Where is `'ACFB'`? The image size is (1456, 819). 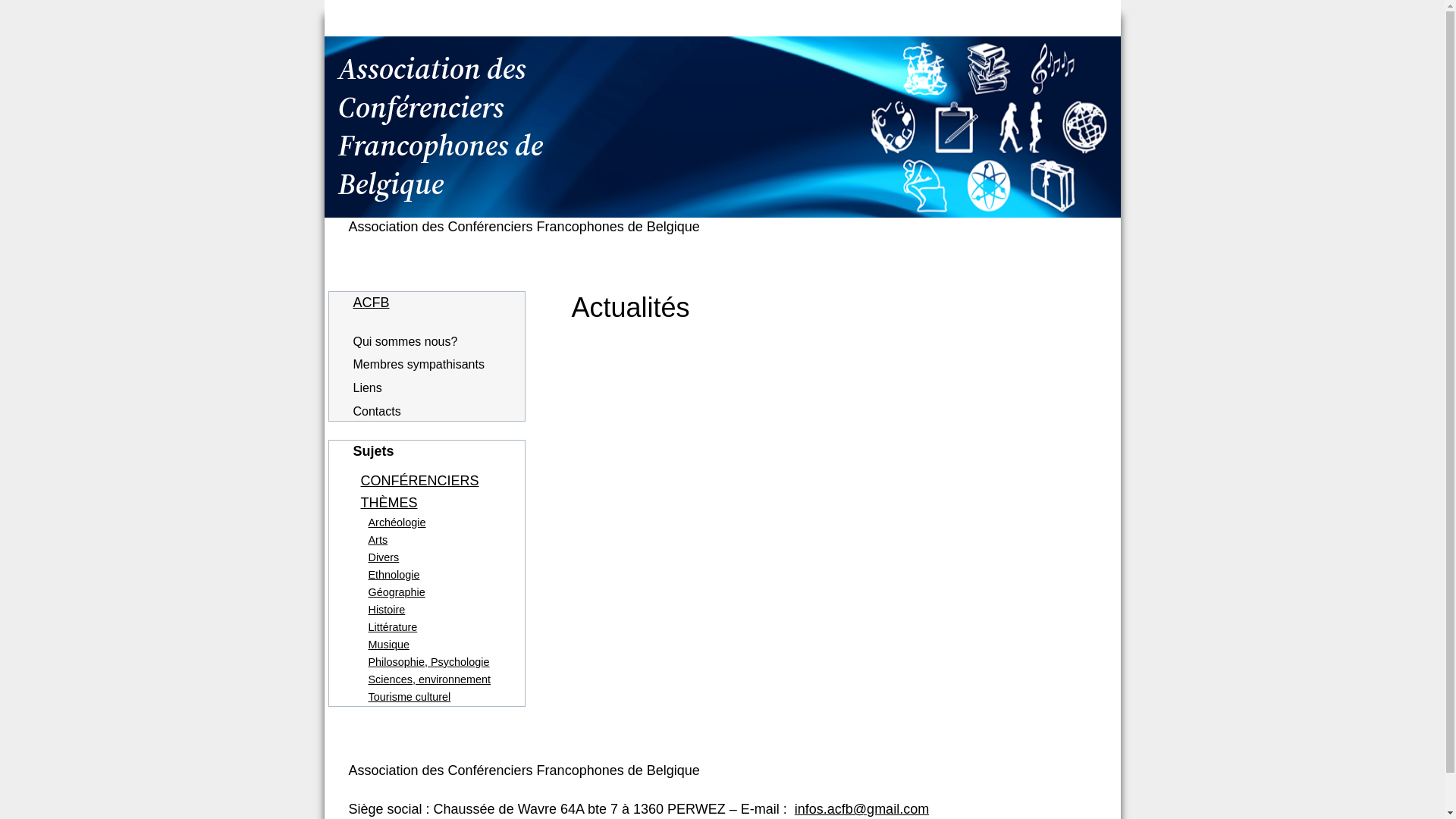 'ACFB' is located at coordinates (371, 302).